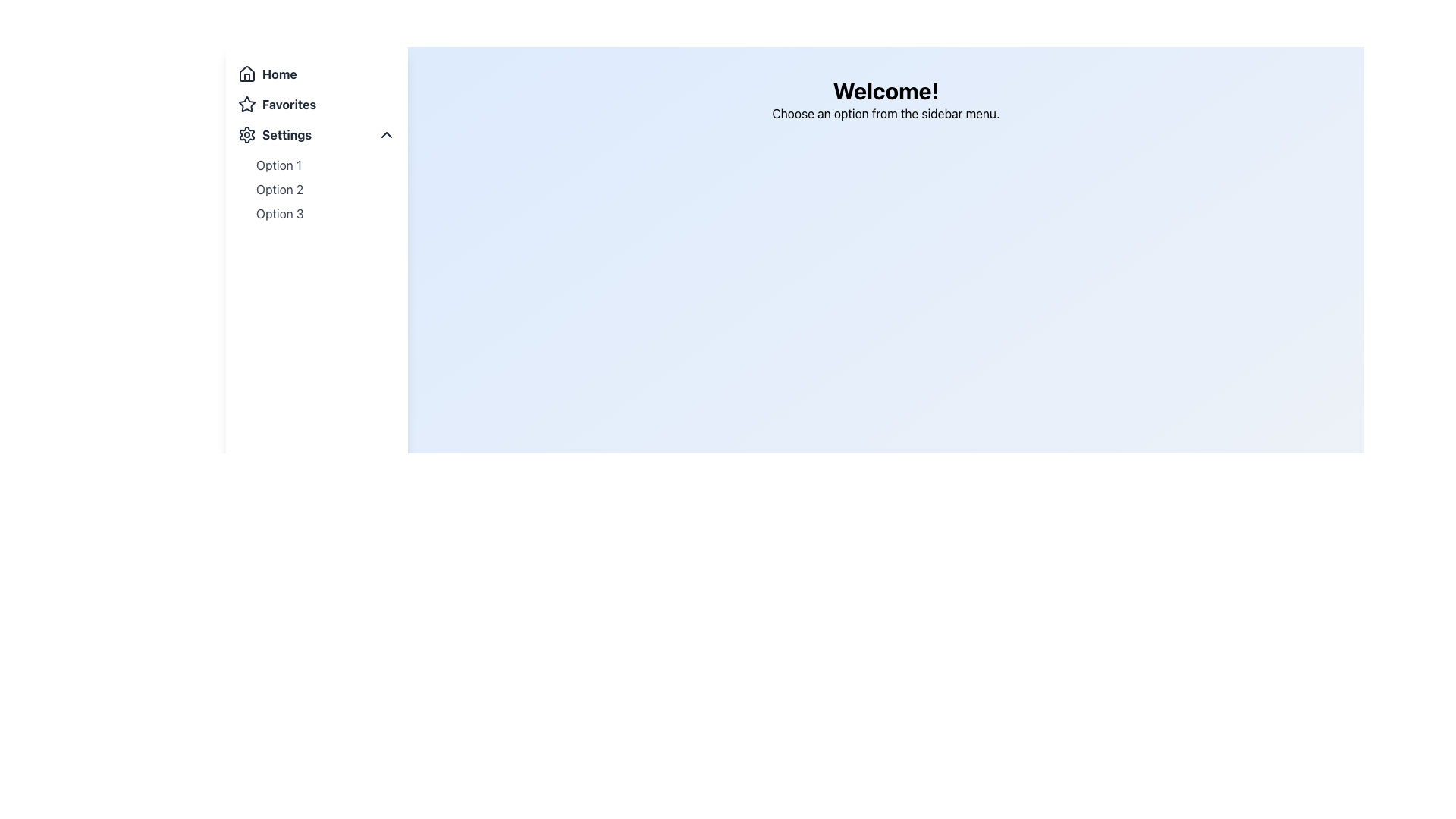  What do you see at coordinates (247, 77) in the screenshot?
I see `the vertical rectangular element that is part of the 'Home' icon in the sidebar menu` at bounding box center [247, 77].